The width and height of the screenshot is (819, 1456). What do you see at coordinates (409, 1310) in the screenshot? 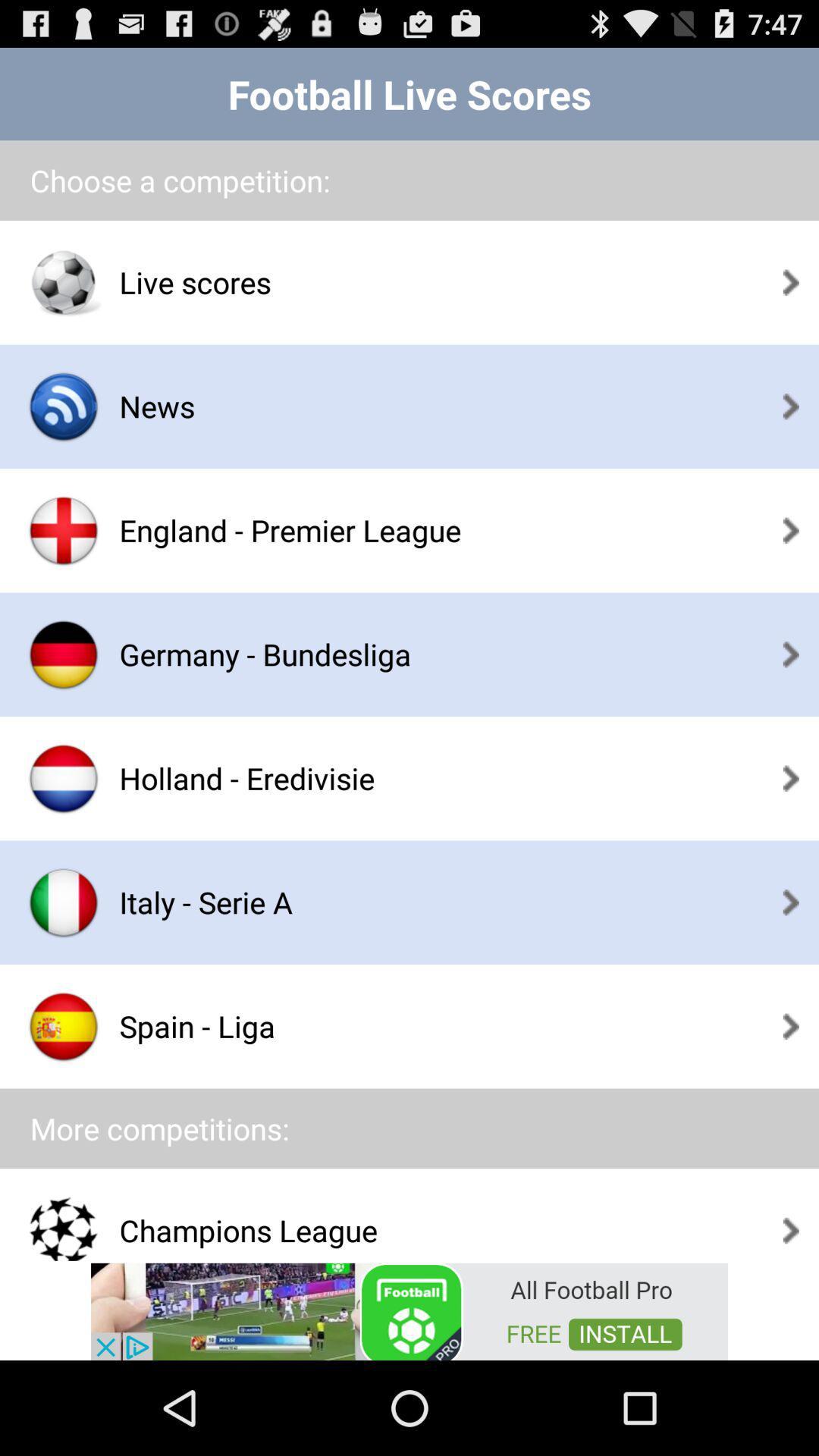
I see `advertisement banner` at bounding box center [409, 1310].